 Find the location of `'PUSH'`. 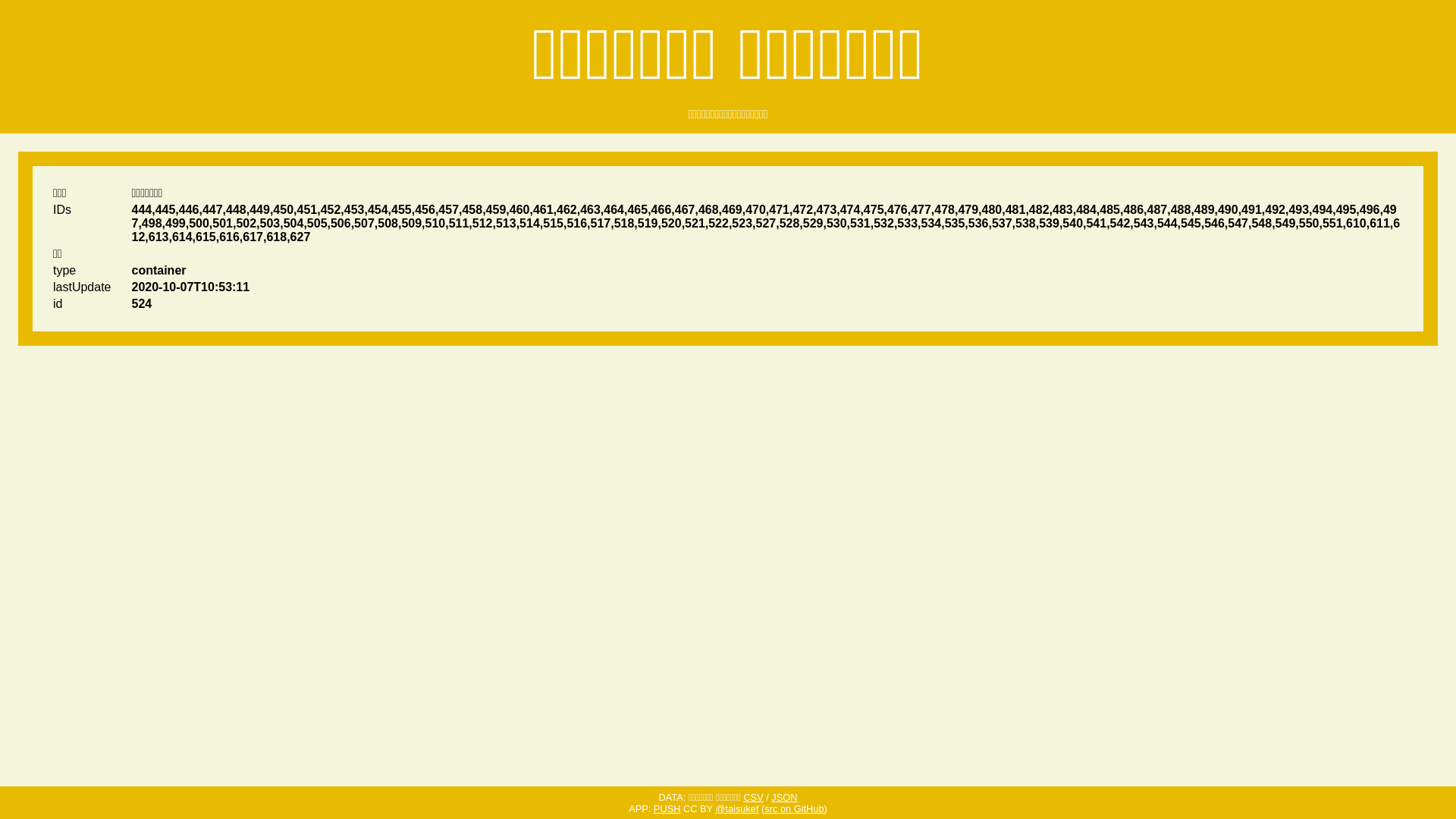

'PUSH' is located at coordinates (667, 808).